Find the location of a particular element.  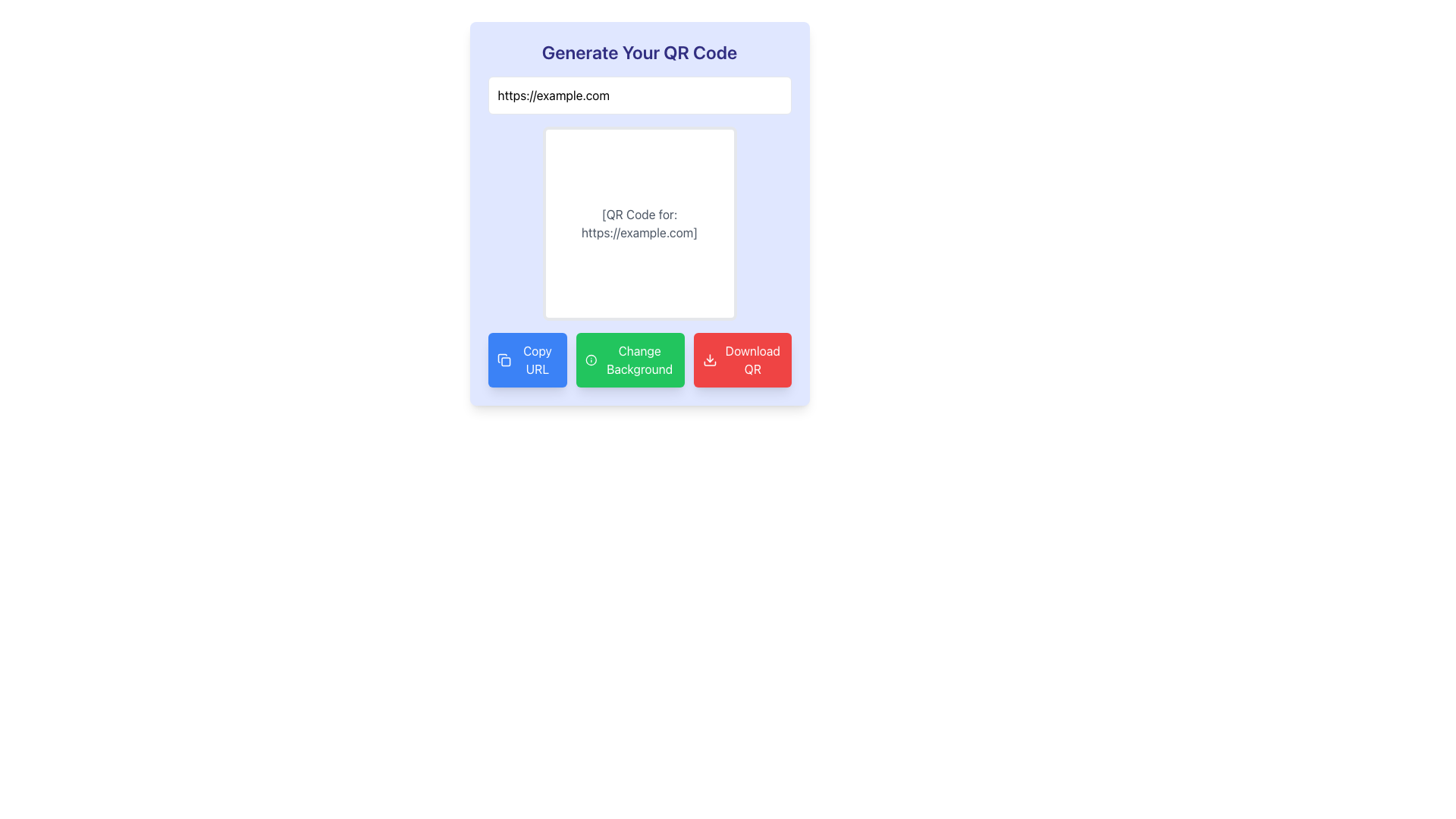

the green rectangular button labeled 'Change Background' with an information icon is located at coordinates (630, 359).